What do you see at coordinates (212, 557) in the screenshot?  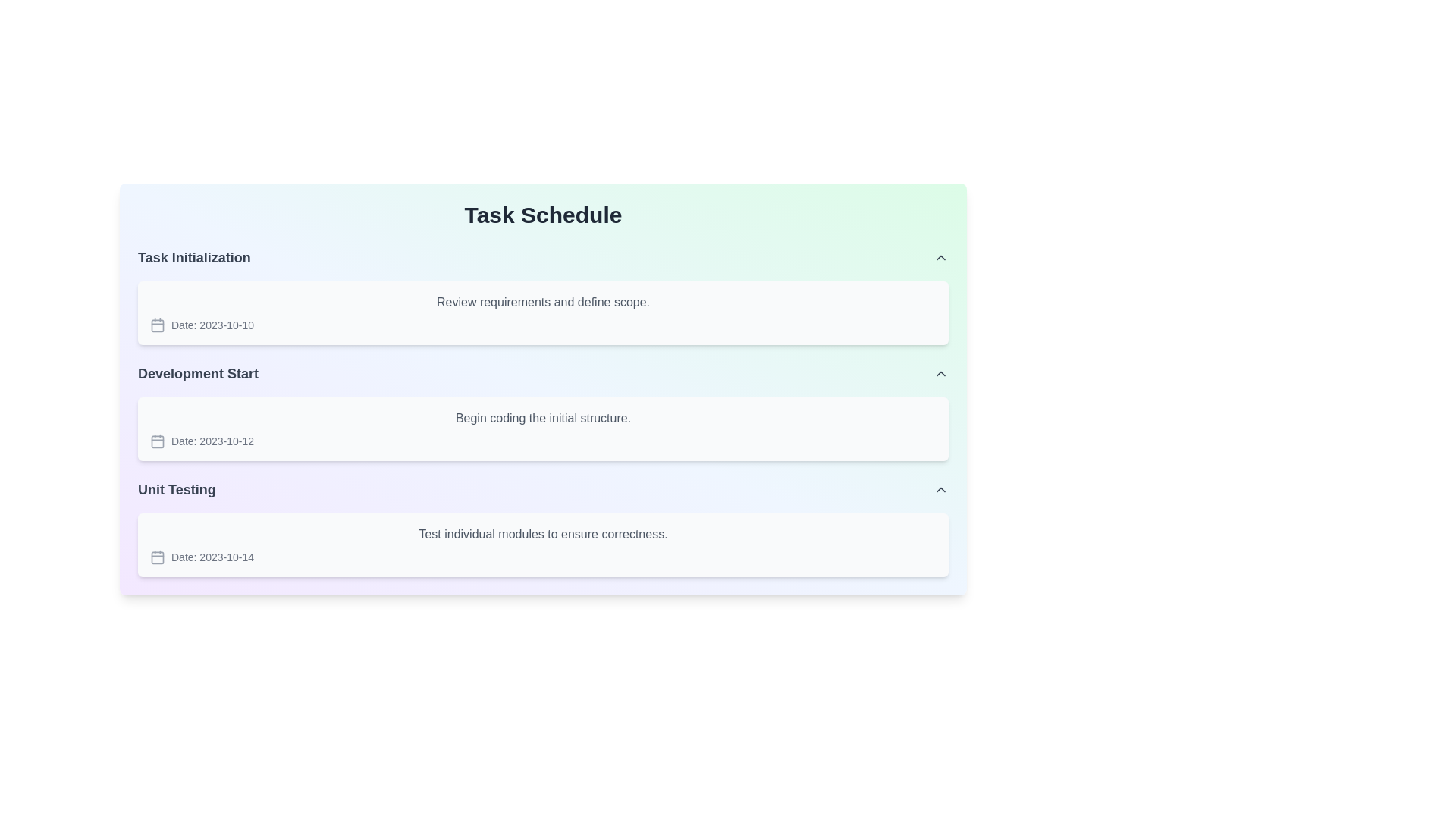 I see `the static textual label that displays a formatted date, located to the right of a calendar icon` at bounding box center [212, 557].